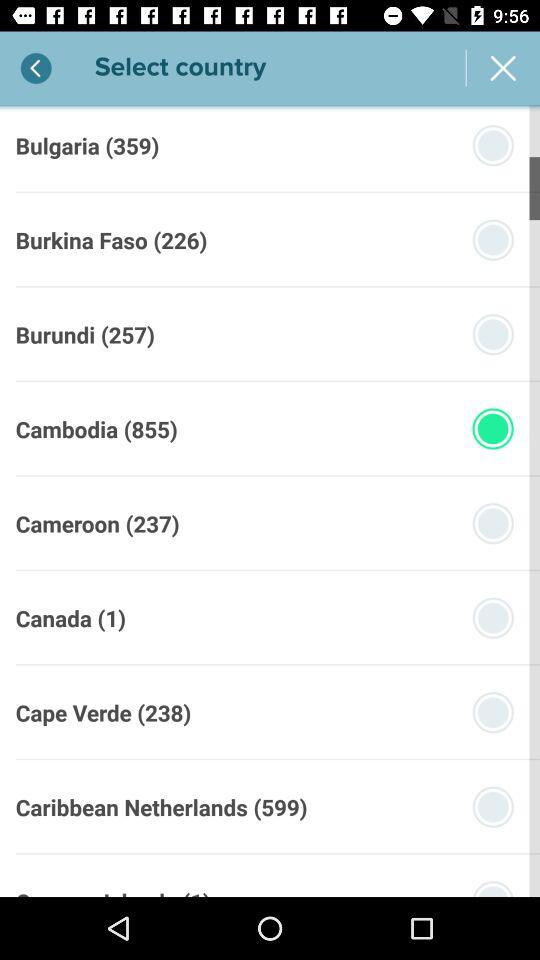 The width and height of the screenshot is (540, 960). What do you see at coordinates (69, 617) in the screenshot?
I see `the canada (1) icon` at bounding box center [69, 617].